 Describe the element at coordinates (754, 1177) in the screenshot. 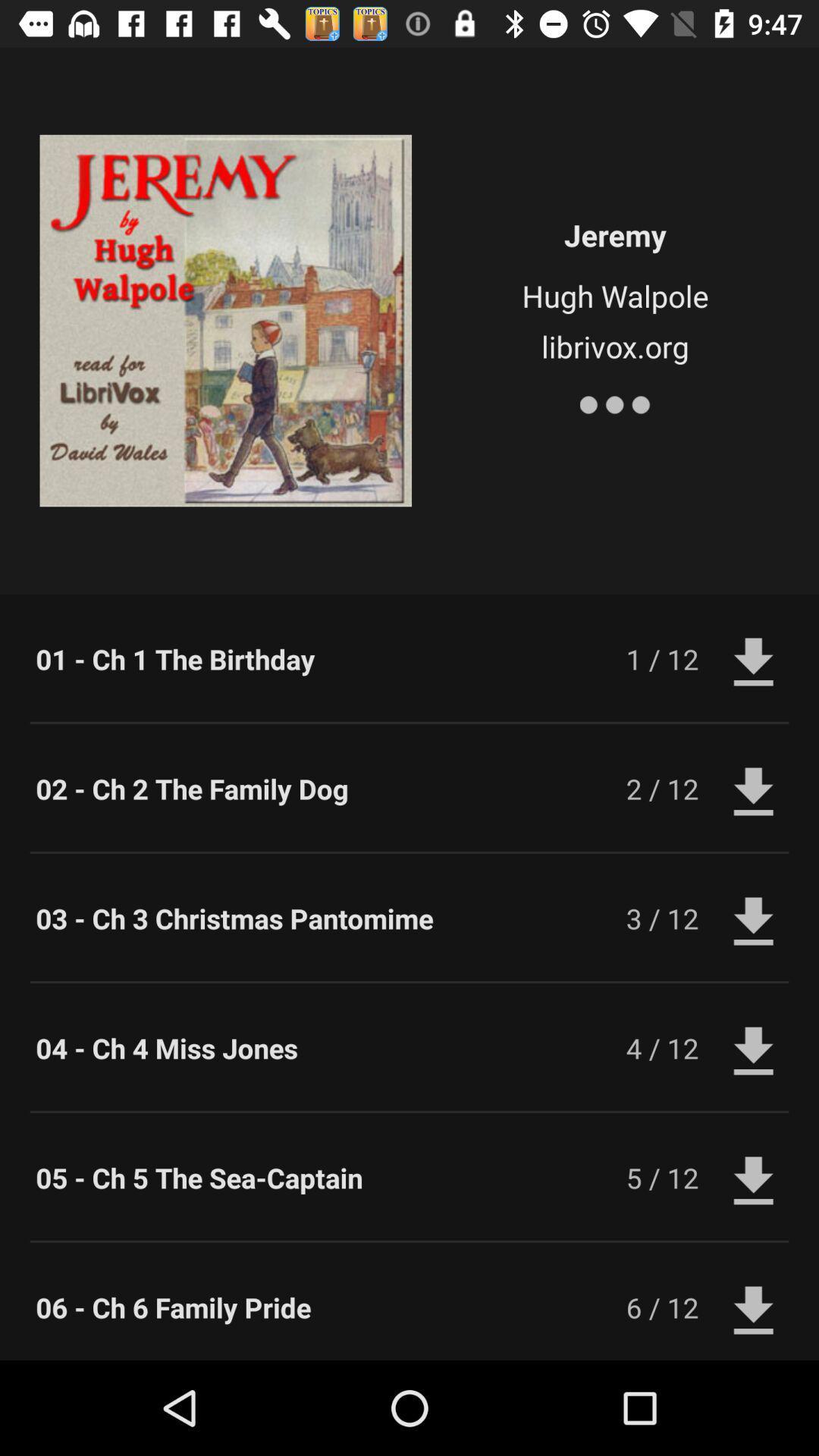

I see `download button next to 5  12` at that location.